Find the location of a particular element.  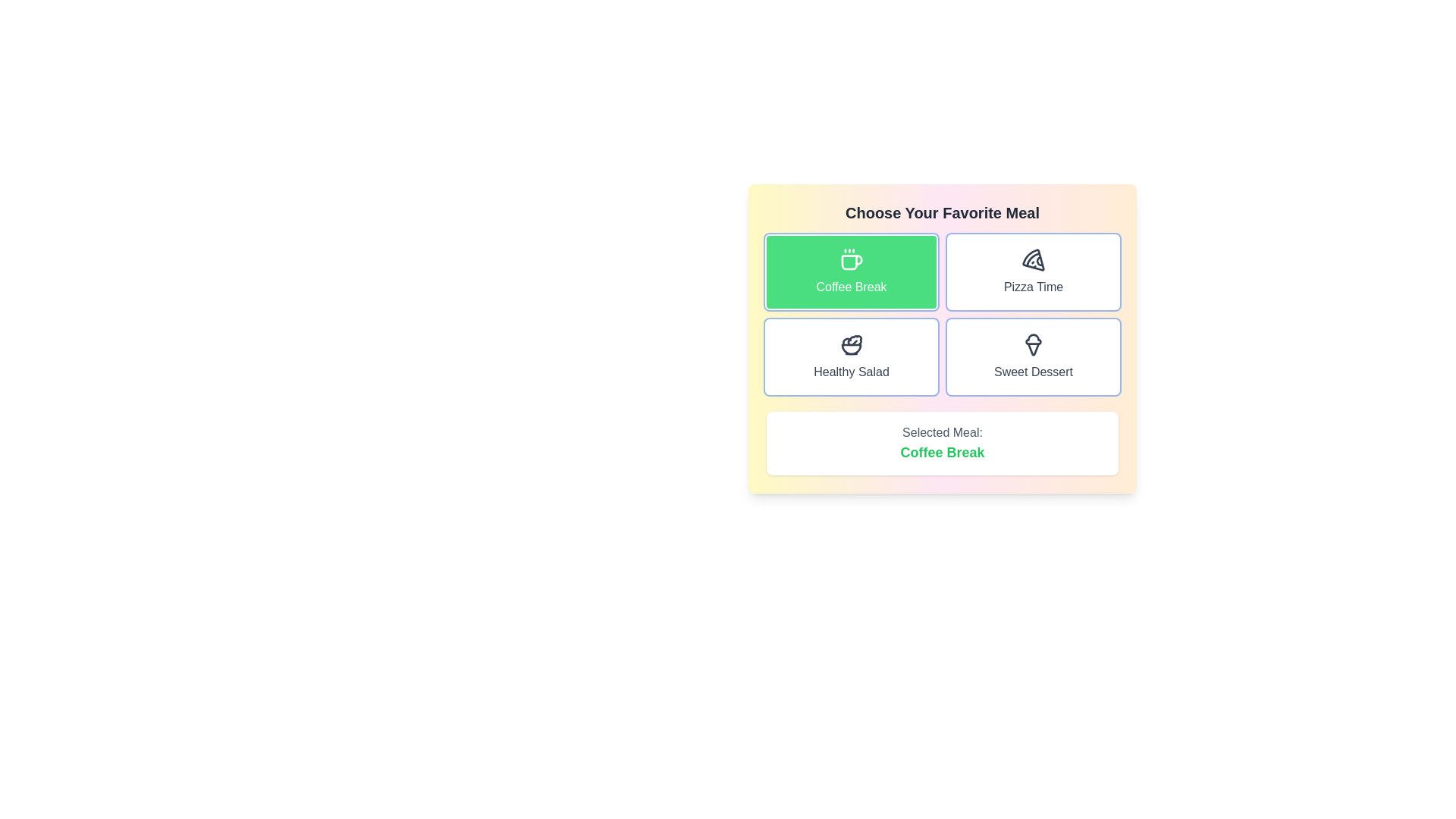

the button corresponding to the meal Coffee Break to select it is located at coordinates (852, 271).